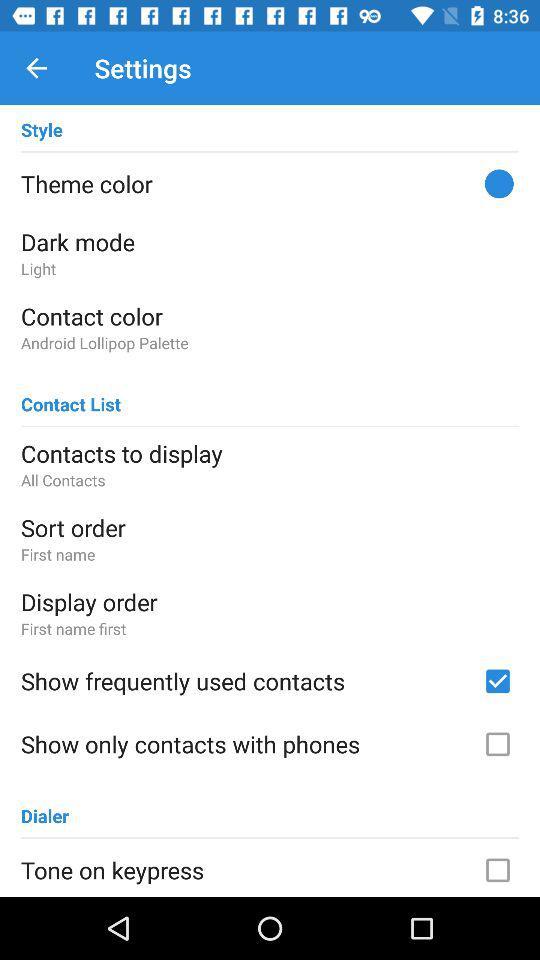 This screenshot has width=540, height=960. I want to click on the contact list on the left, so click(70, 394).